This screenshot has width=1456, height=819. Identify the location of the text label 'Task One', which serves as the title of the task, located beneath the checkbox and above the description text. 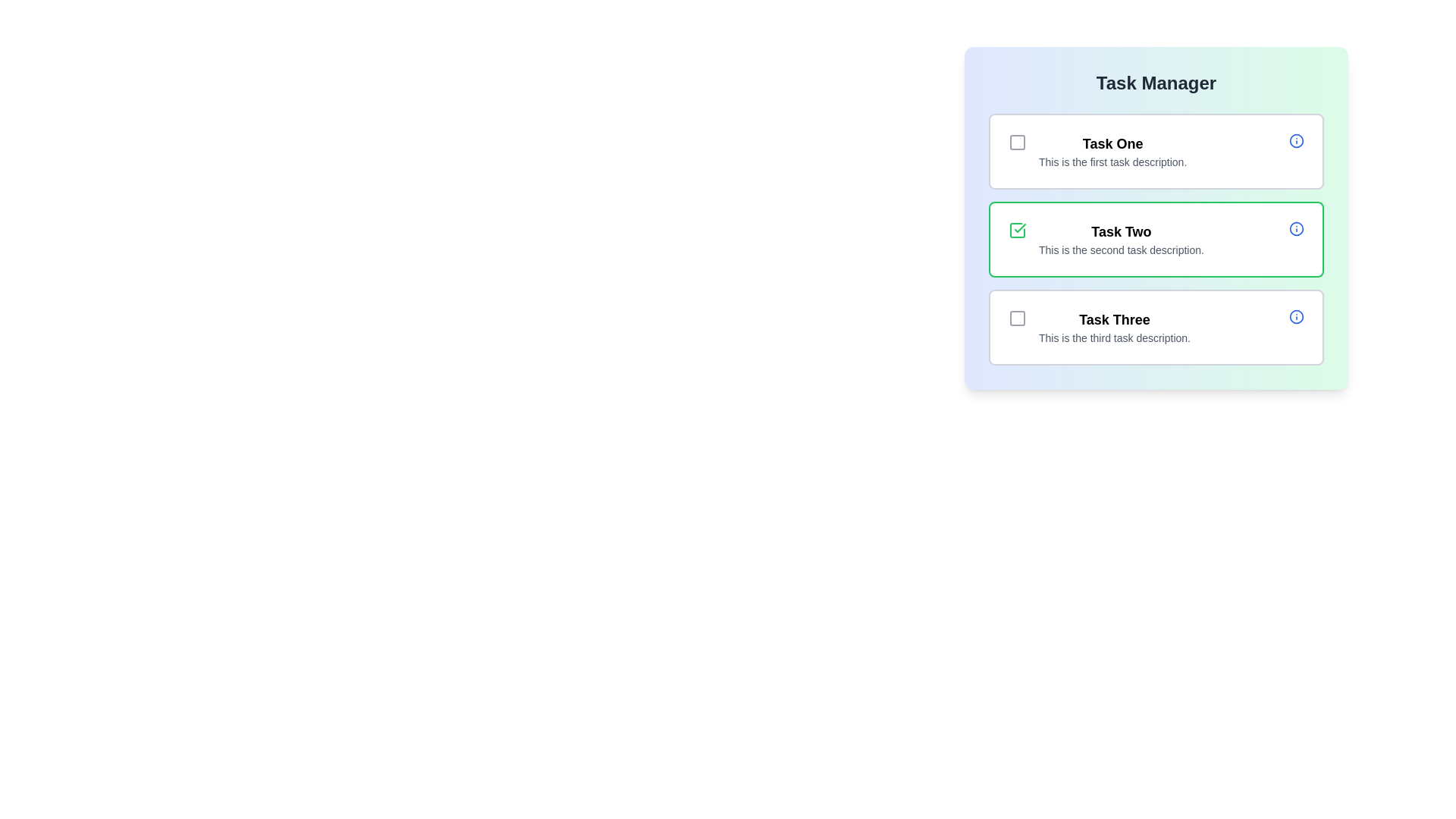
(1112, 143).